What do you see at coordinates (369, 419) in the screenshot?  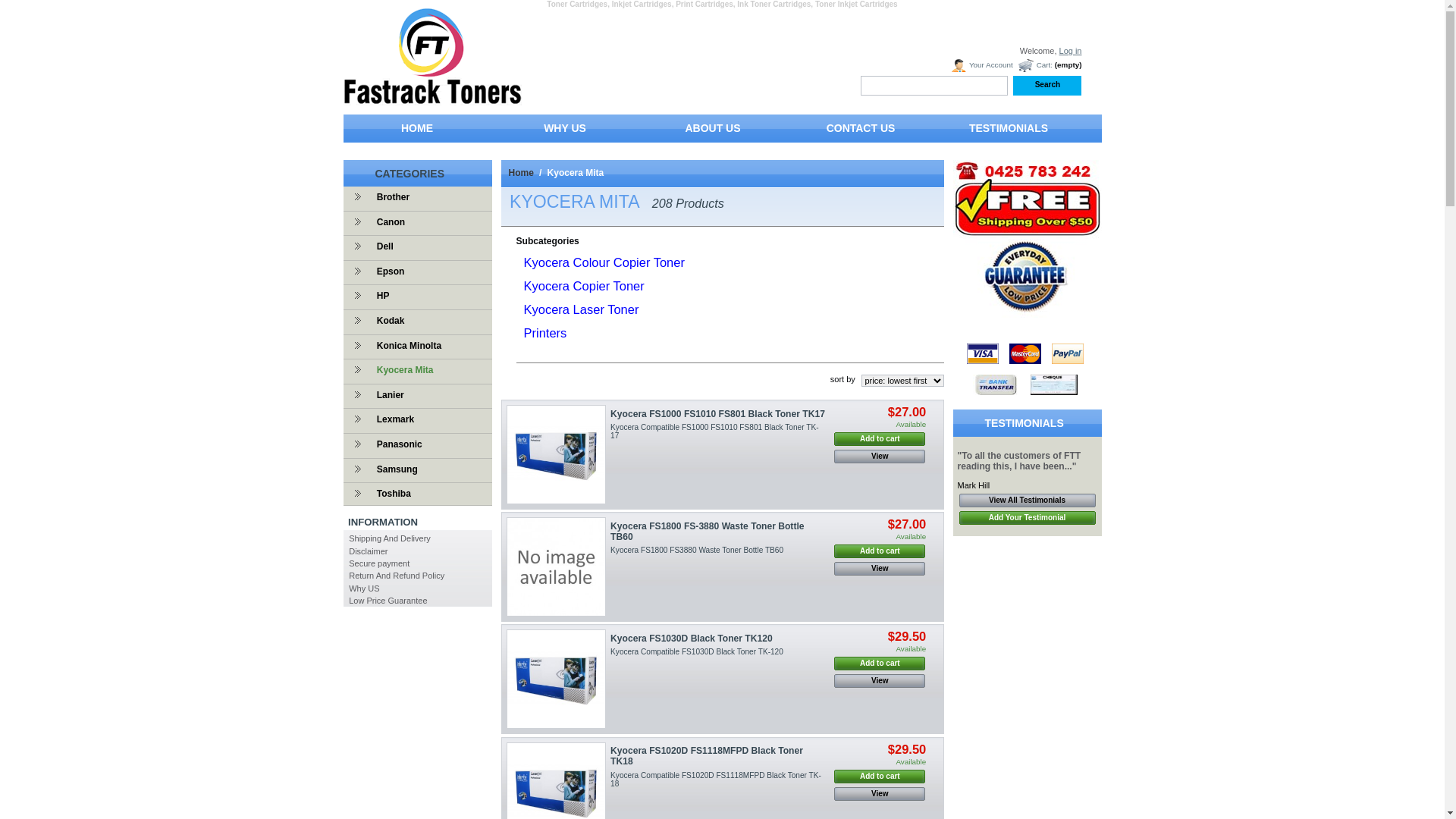 I see `'Lexmark'` at bounding box center [369, 419].